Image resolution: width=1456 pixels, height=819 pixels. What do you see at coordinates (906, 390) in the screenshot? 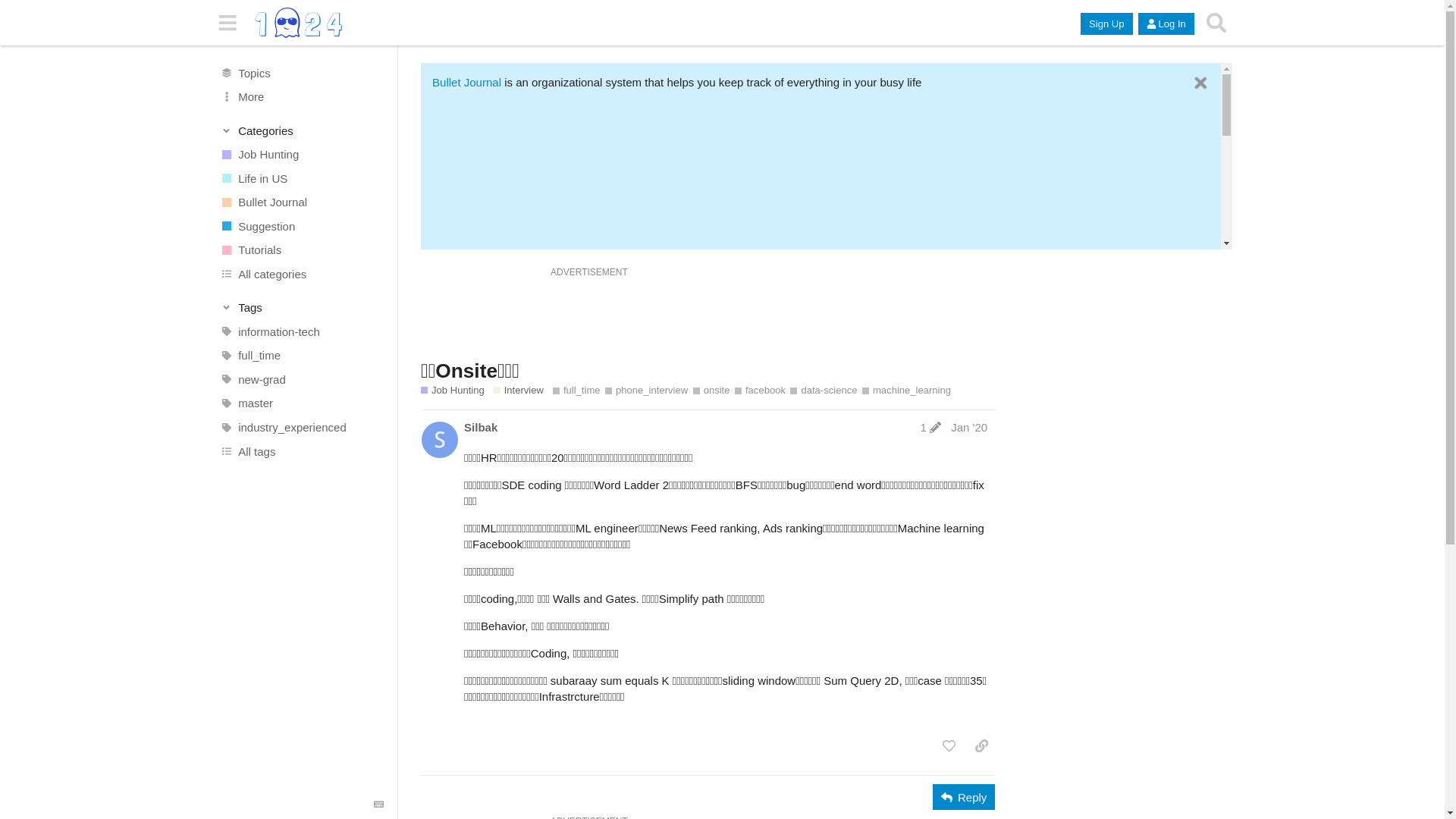
I see `'machine_learning'` at bounding box center [906, 390].